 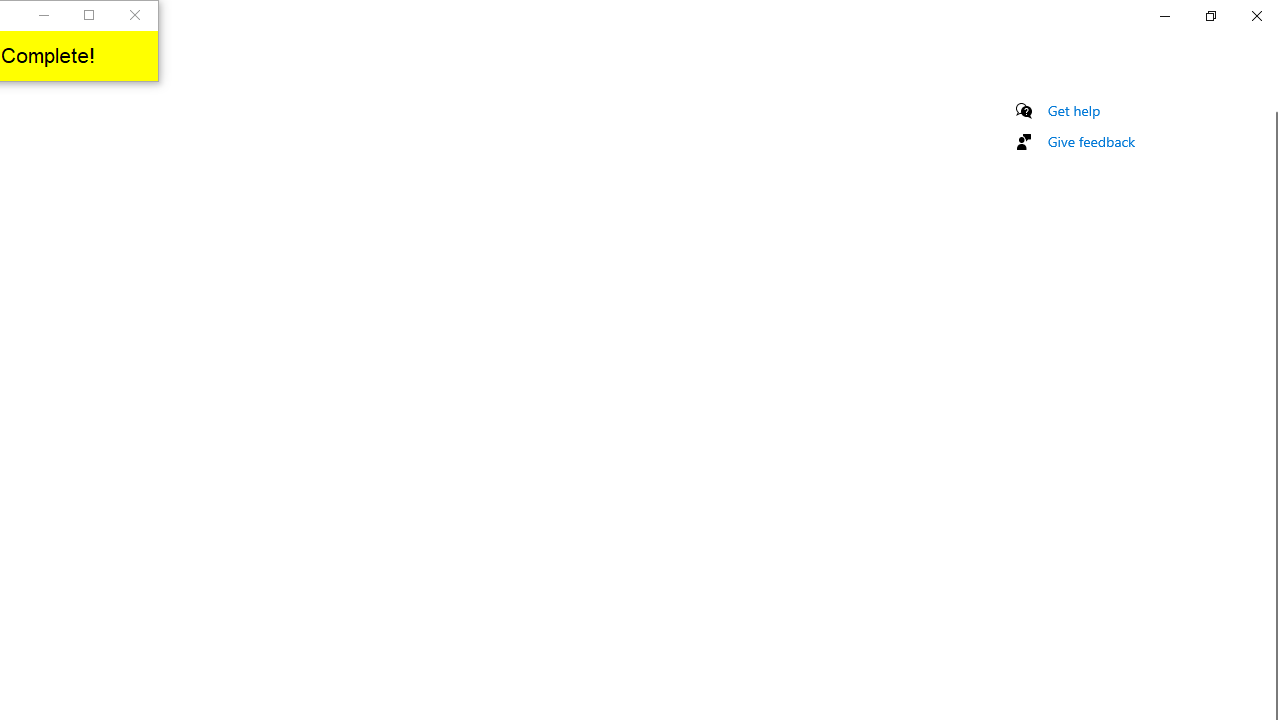 What do you see at coordinates (1255, 15) in the screenshot?
I see `'Close Settings'` at bounding box center [1255, 15].